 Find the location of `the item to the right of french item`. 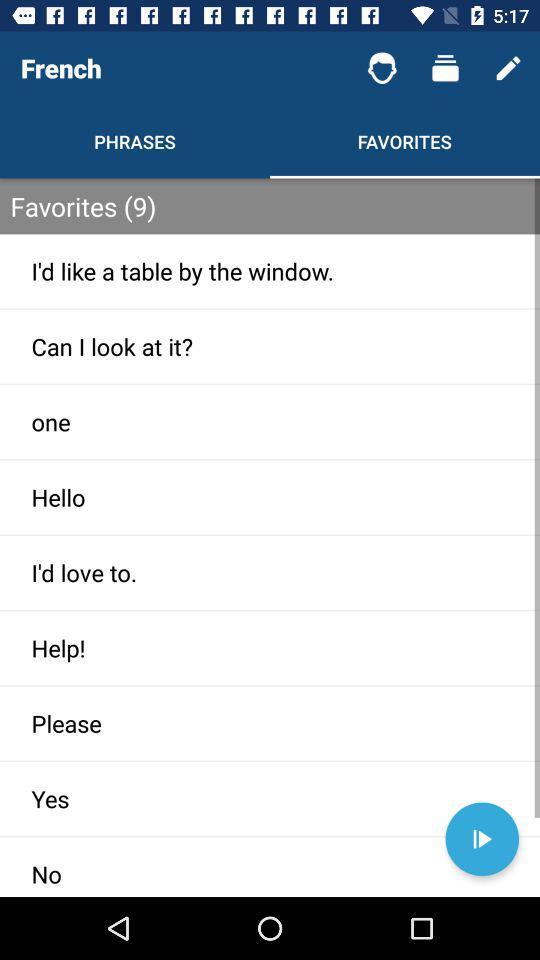

the item to the right of french item is located at coordinates (382, 68).